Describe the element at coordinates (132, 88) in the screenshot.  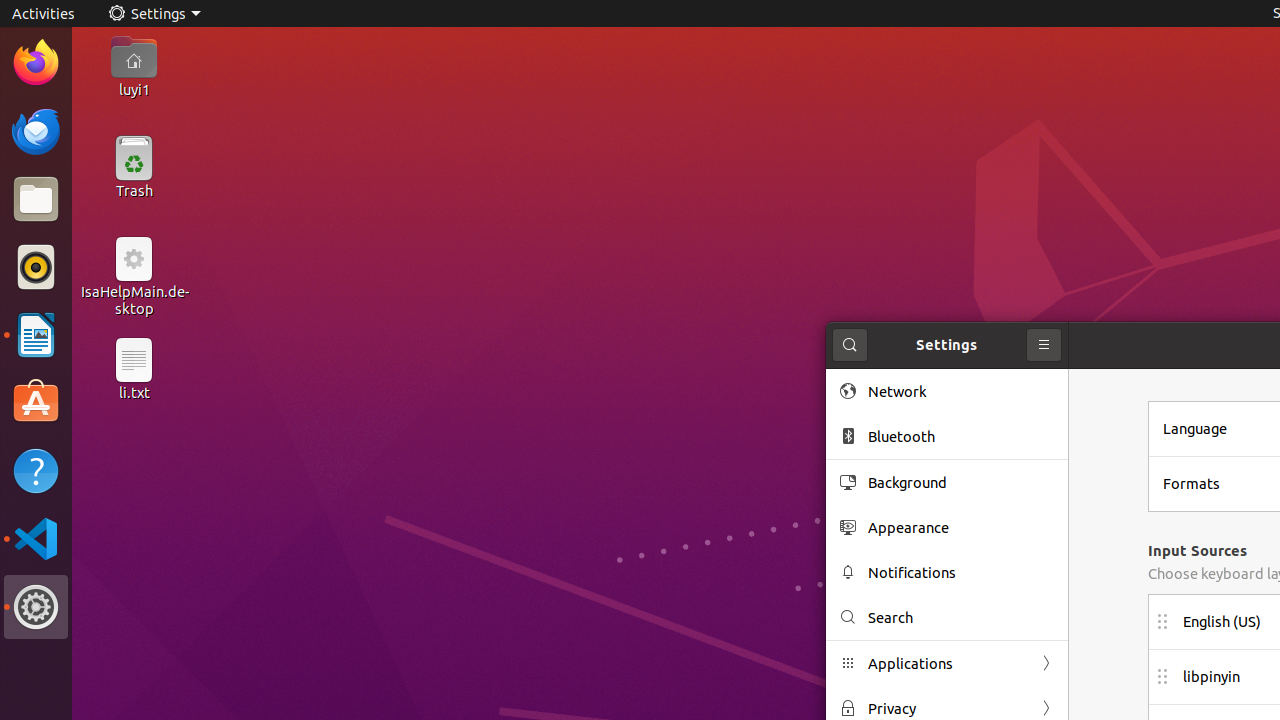
I see `'luyi1'` at that location.